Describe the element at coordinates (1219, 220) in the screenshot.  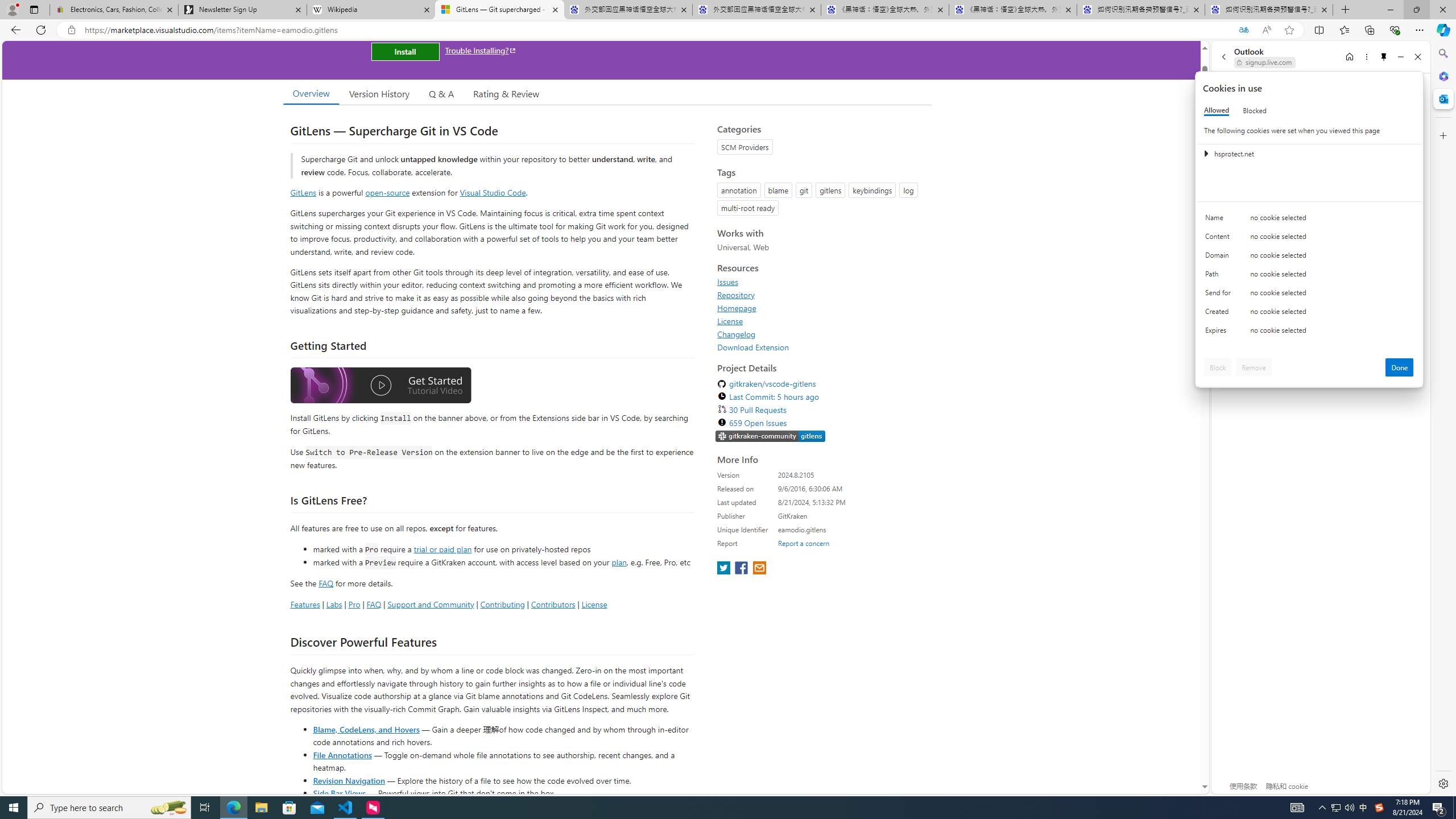
I see `'Name'` at that location.